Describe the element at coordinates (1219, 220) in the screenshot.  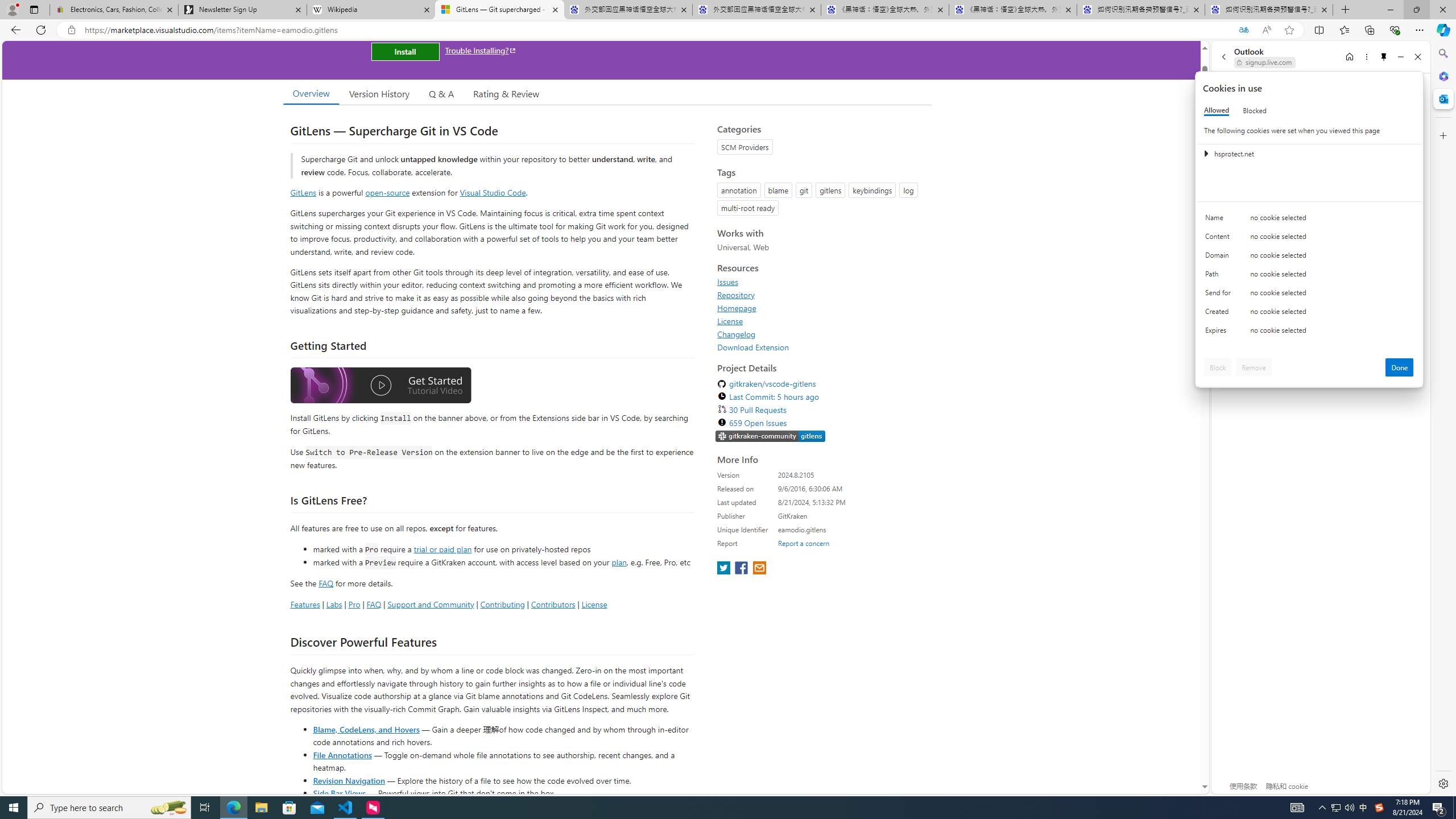
I see `'Name'` at that location.